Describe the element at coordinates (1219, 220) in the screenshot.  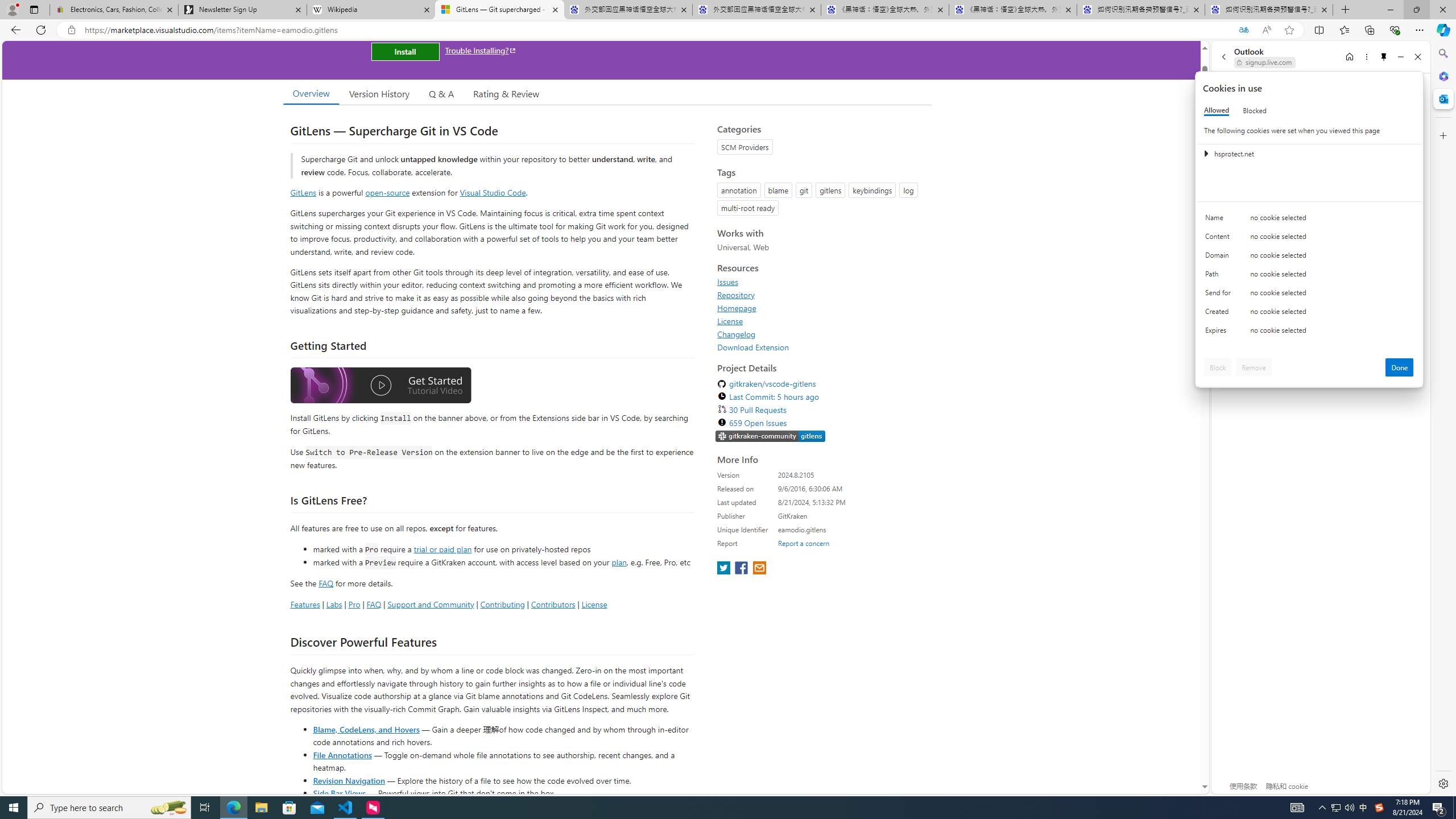
I see `'Name'` at that location.